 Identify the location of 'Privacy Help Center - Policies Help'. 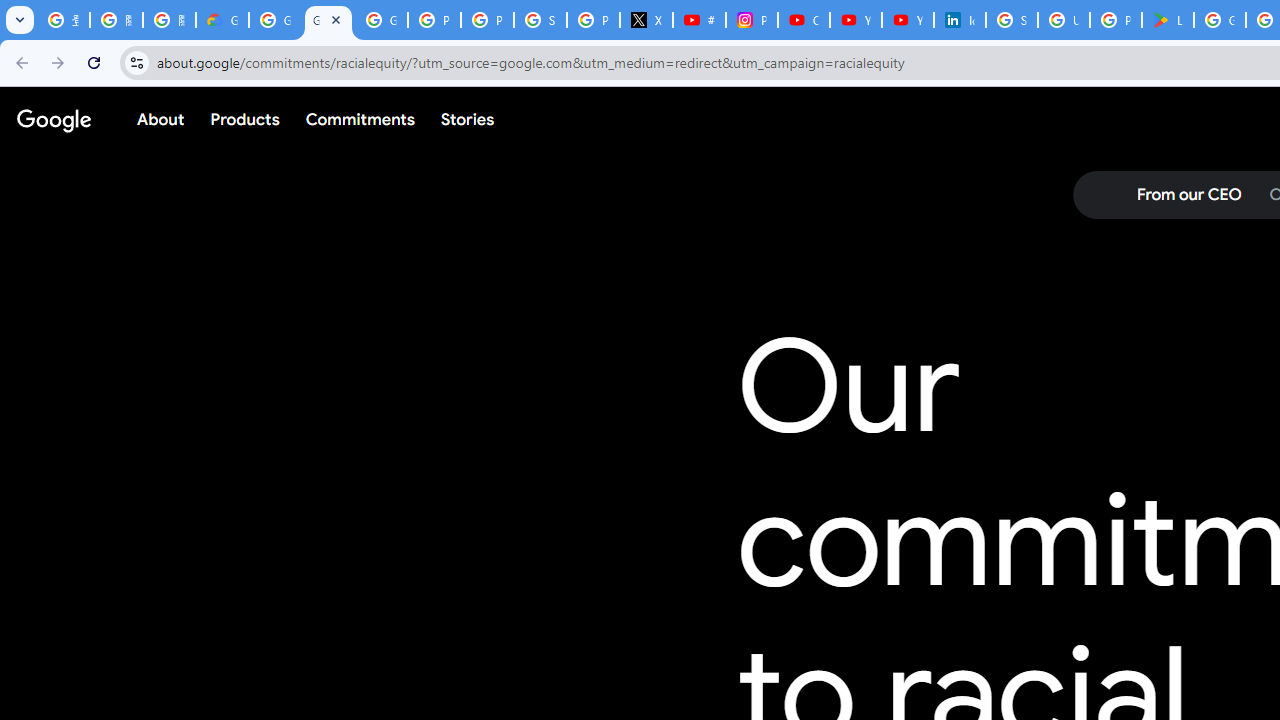
(487, 20).